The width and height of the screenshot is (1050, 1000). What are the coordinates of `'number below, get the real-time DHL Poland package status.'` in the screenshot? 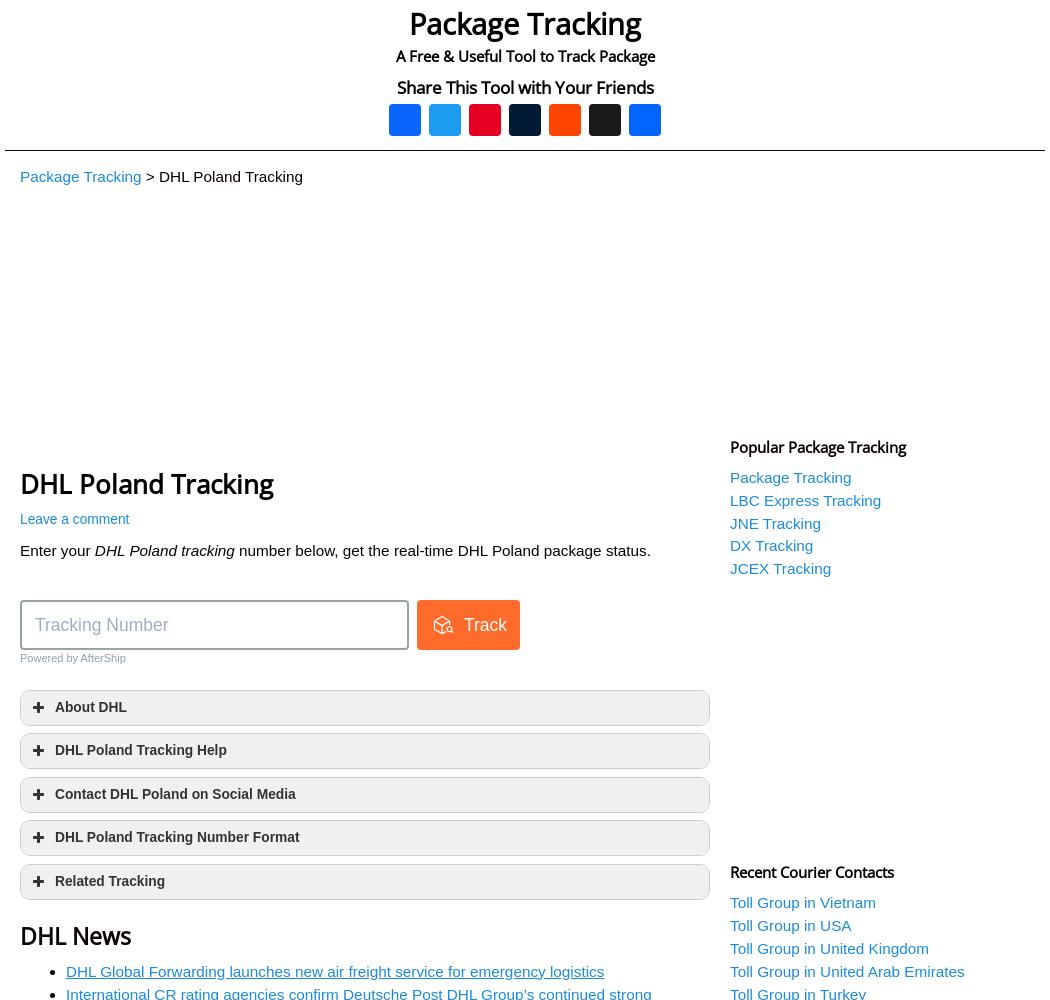 It's located at (441, 550).